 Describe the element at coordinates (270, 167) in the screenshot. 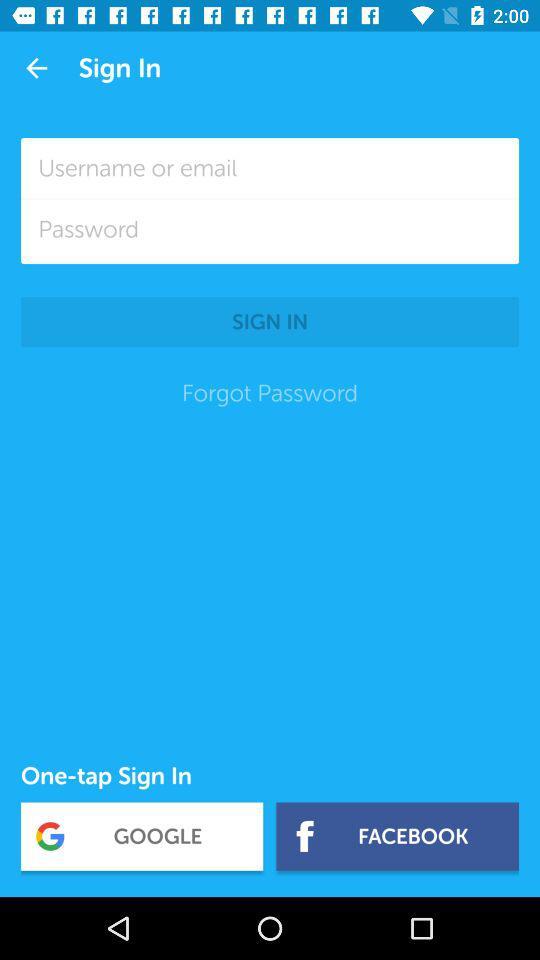

I see `username or email input box` at that location.